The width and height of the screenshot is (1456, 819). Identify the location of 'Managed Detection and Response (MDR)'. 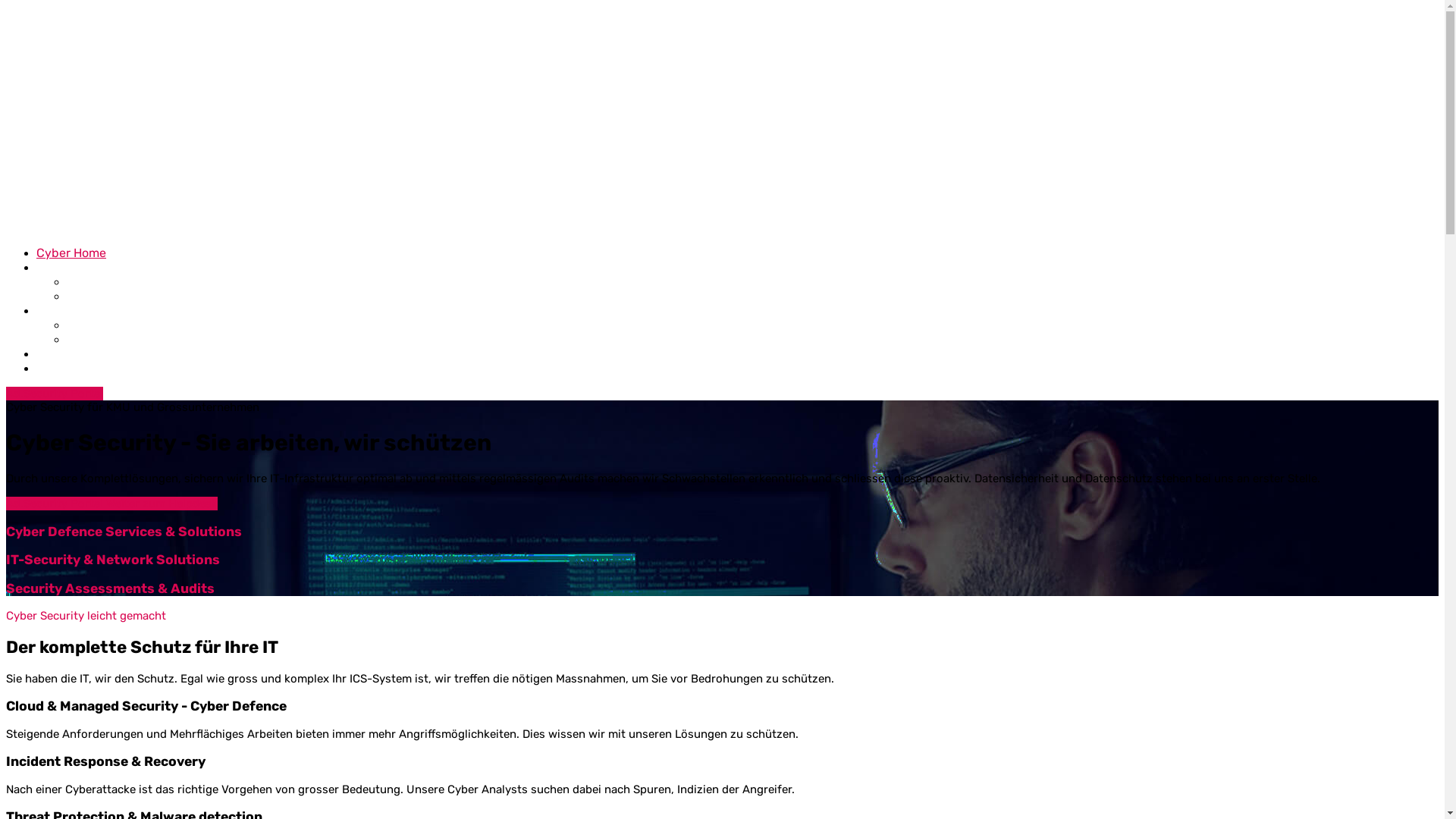
(182, 338).